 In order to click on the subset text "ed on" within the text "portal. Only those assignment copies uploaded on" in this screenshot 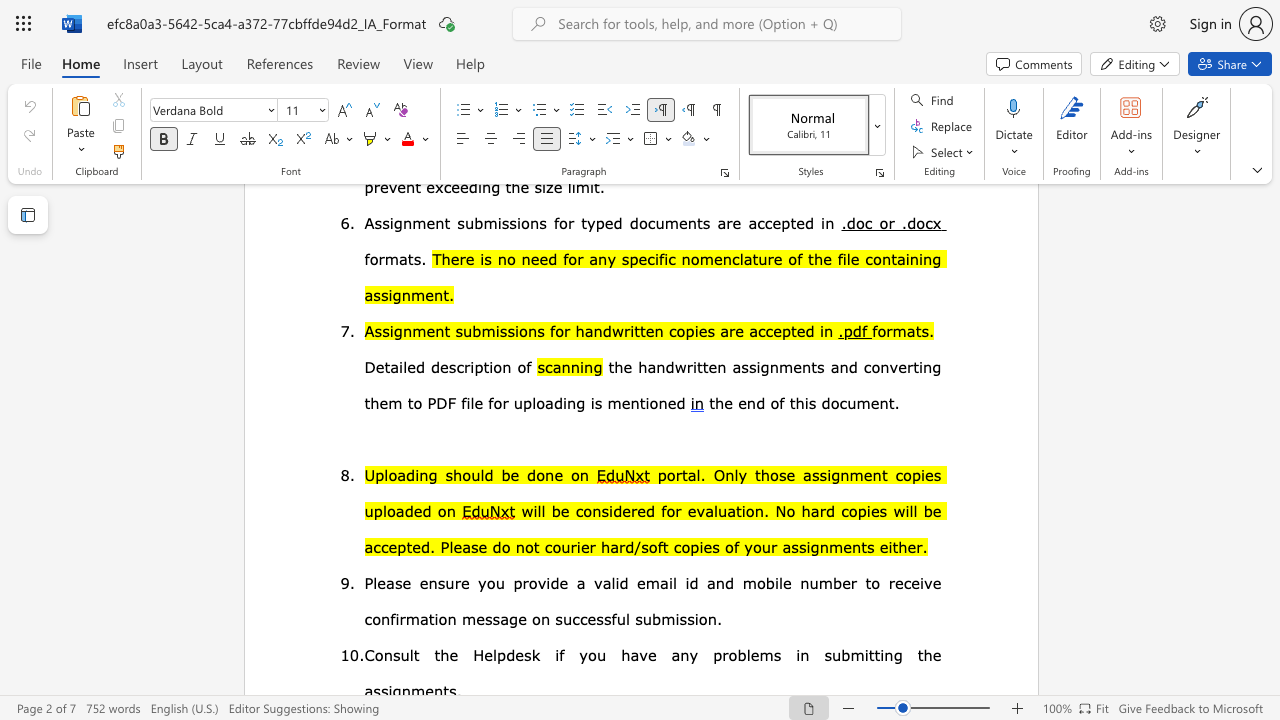, I will do `click(412, 509)`.